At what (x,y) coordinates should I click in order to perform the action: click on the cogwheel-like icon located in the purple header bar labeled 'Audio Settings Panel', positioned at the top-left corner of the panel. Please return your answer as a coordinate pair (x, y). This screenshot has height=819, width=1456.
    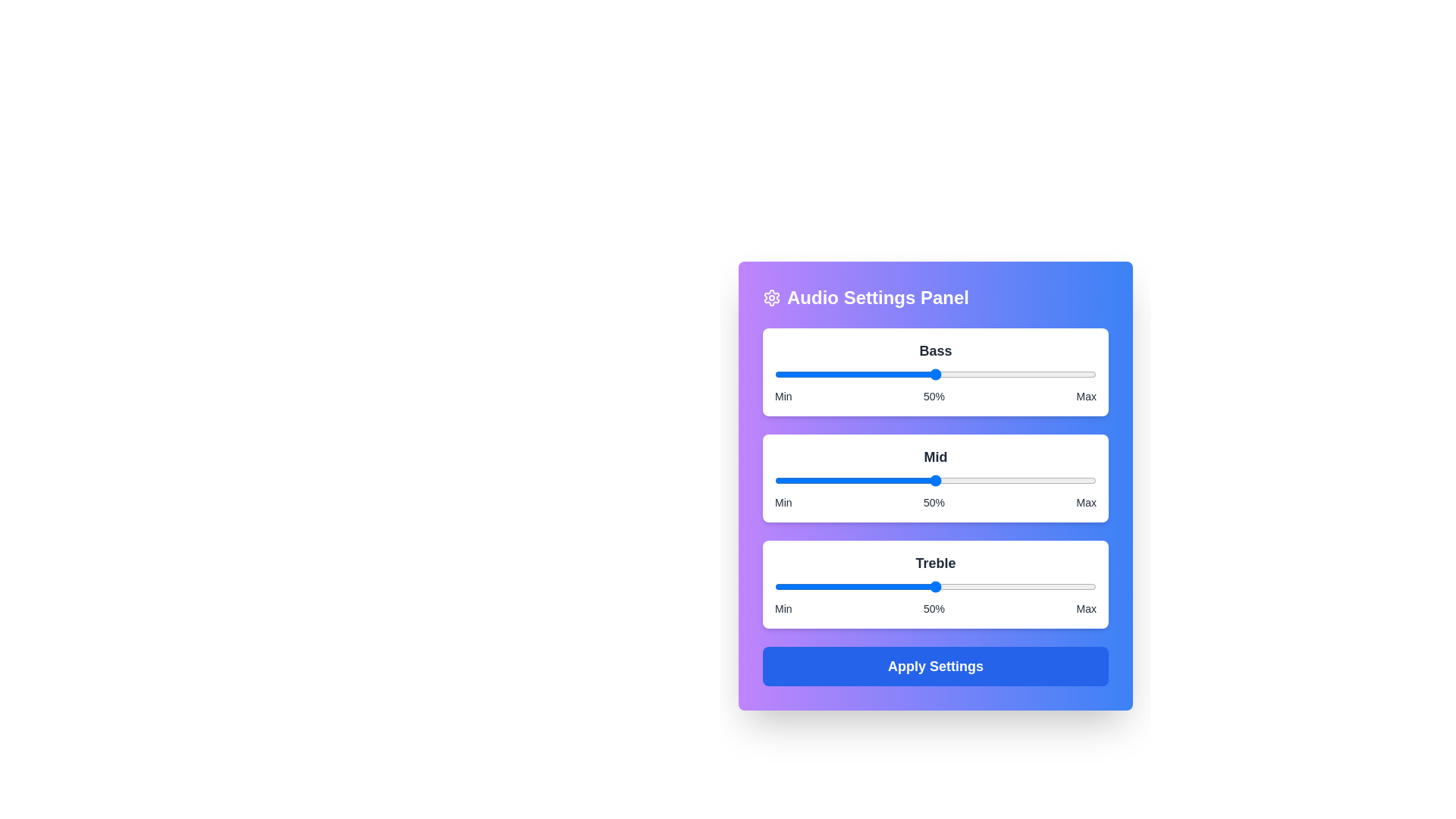
    Looking at the image, I should click on (771, 298).